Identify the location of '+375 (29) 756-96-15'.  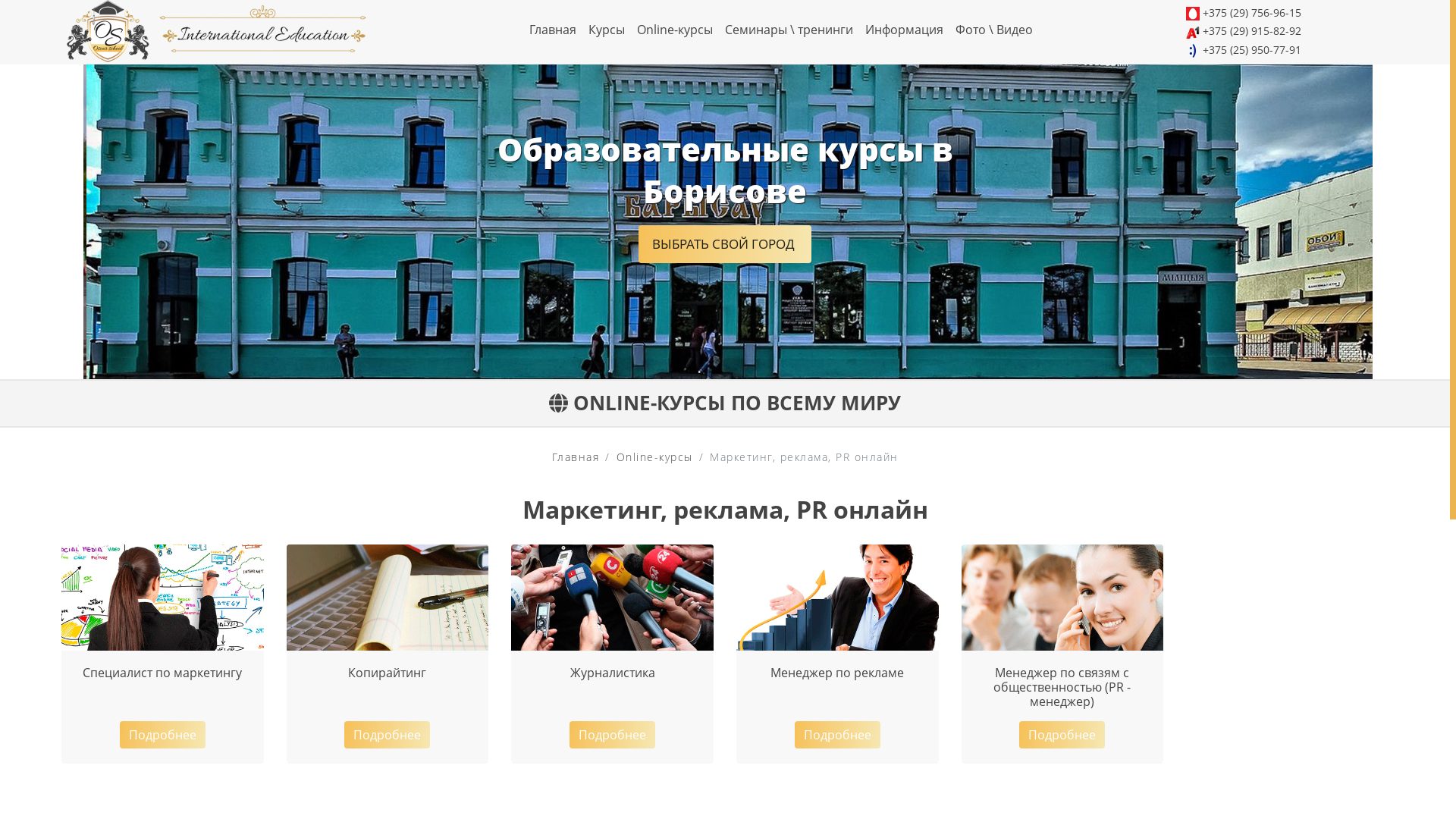
(1252, 12).